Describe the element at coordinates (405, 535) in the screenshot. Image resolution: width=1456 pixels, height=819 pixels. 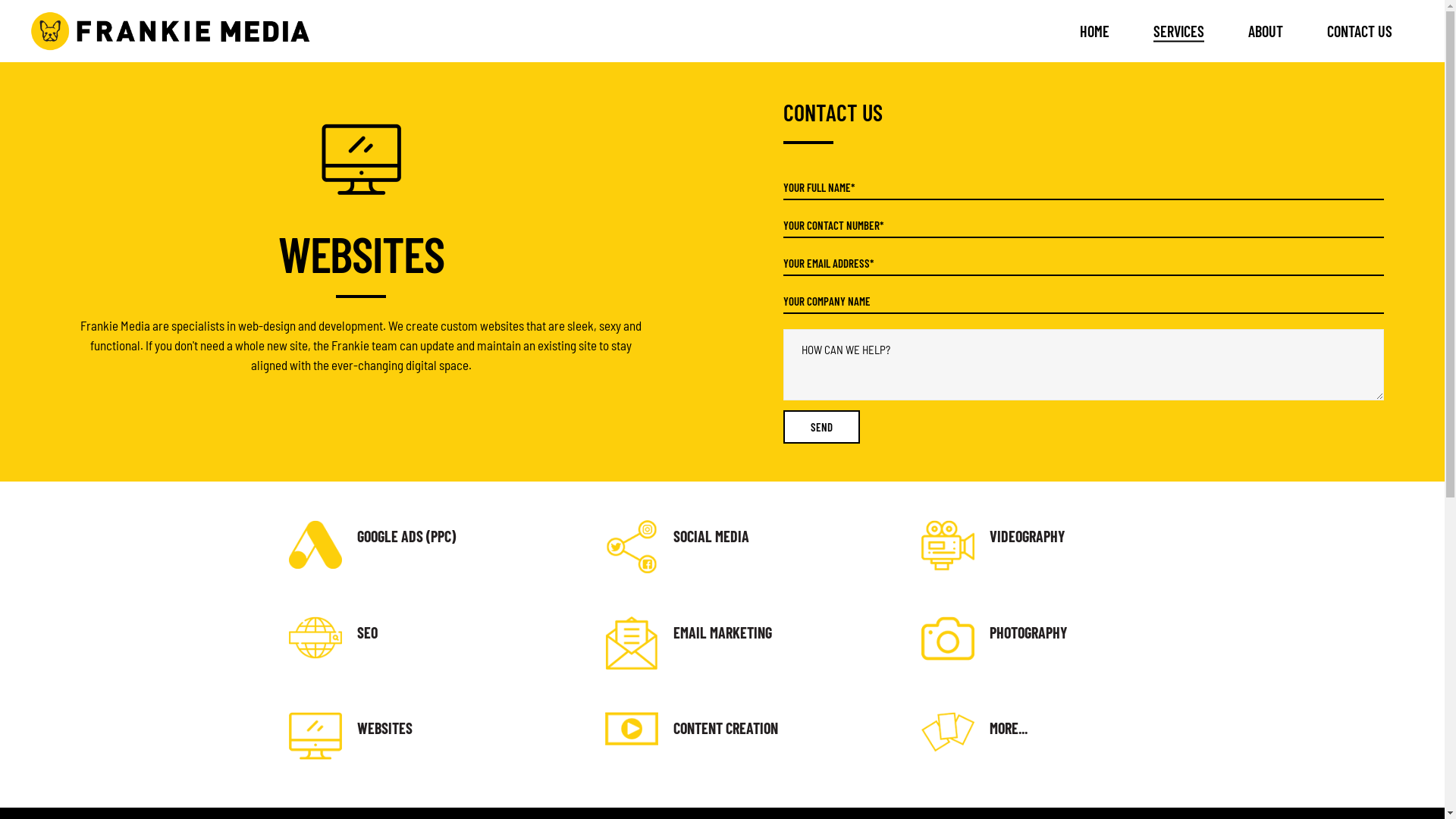
I see `'GOOGLE ADS (PPC)'` at that location.